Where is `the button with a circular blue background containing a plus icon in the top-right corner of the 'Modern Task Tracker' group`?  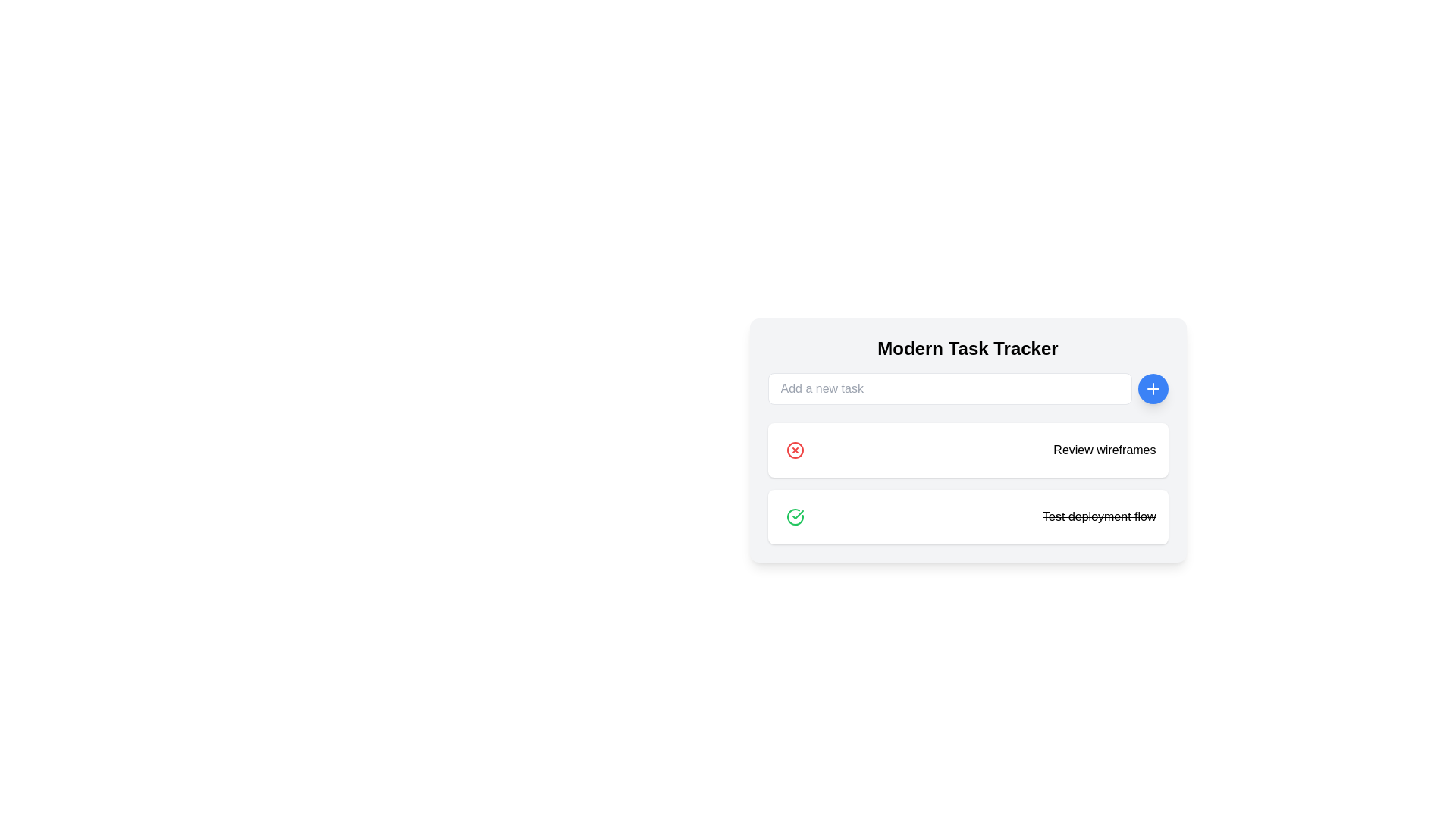
the button with a circular blue background containing a plus icon in the top-right corner of the 'Modern Task Tracker' group is located at coordinates (1153, 388).